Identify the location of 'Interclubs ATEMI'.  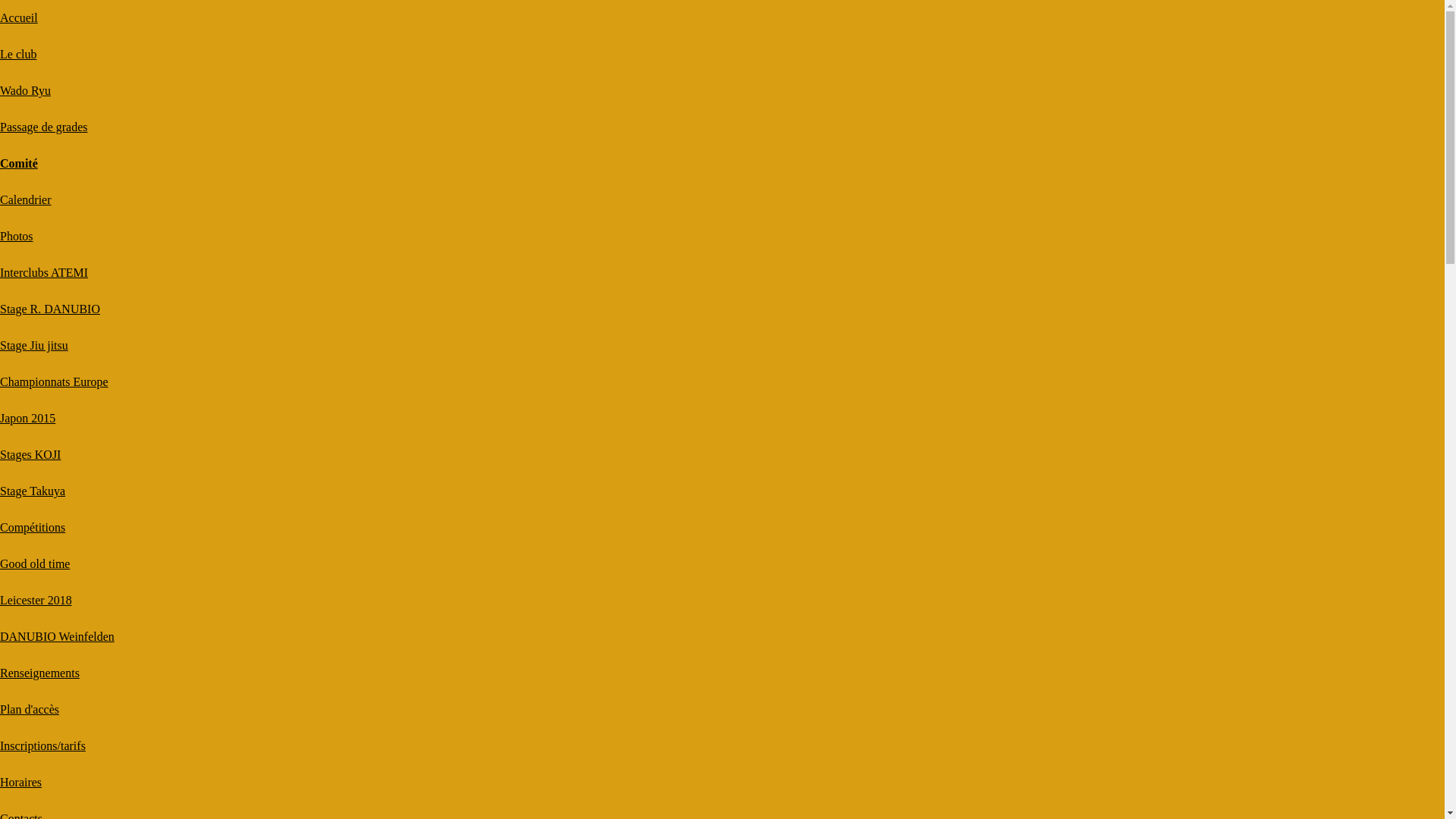
(43, 271).